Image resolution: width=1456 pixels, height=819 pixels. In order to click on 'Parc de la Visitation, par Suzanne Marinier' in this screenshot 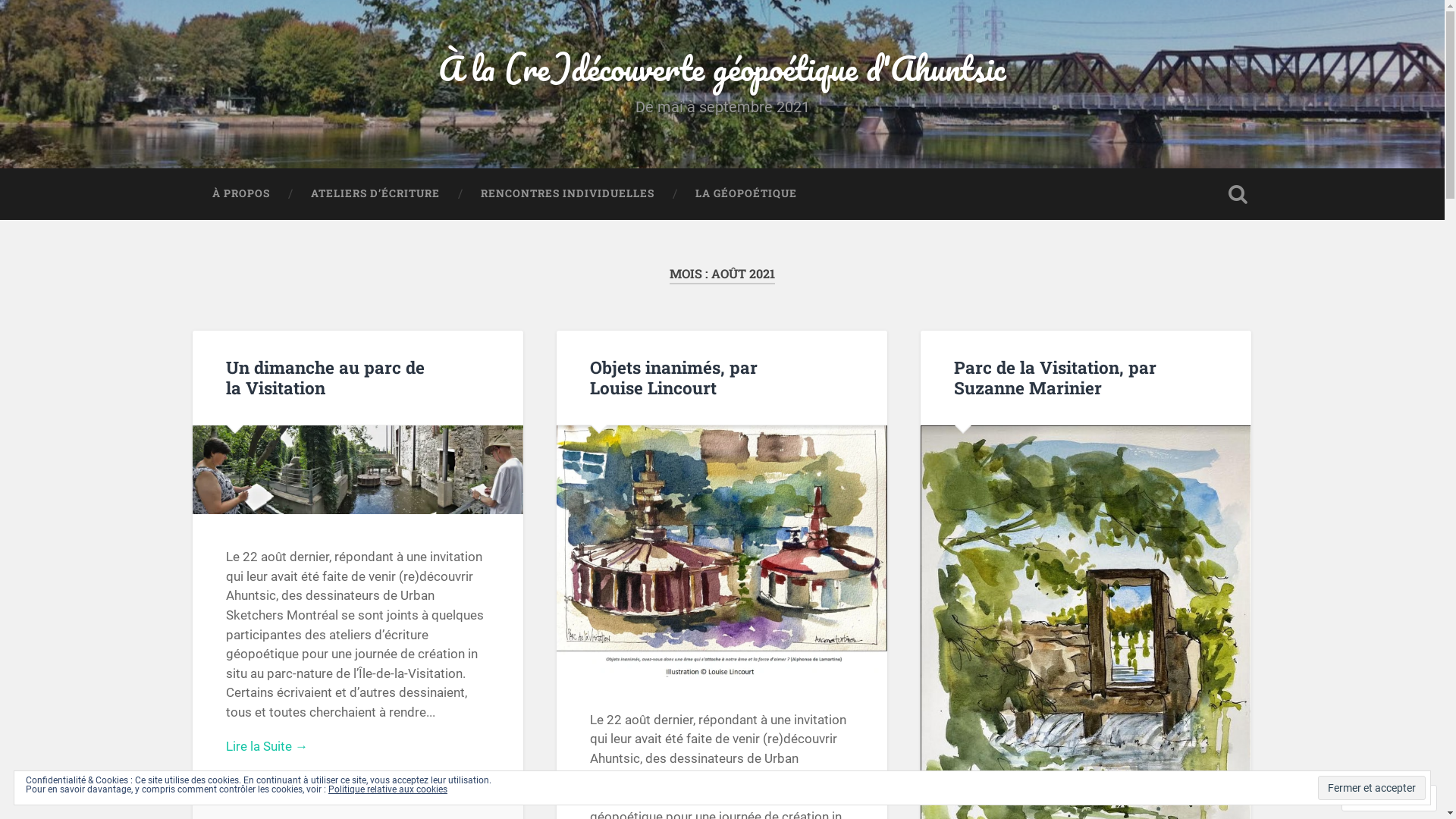, I will do `click(1054, 376)`.